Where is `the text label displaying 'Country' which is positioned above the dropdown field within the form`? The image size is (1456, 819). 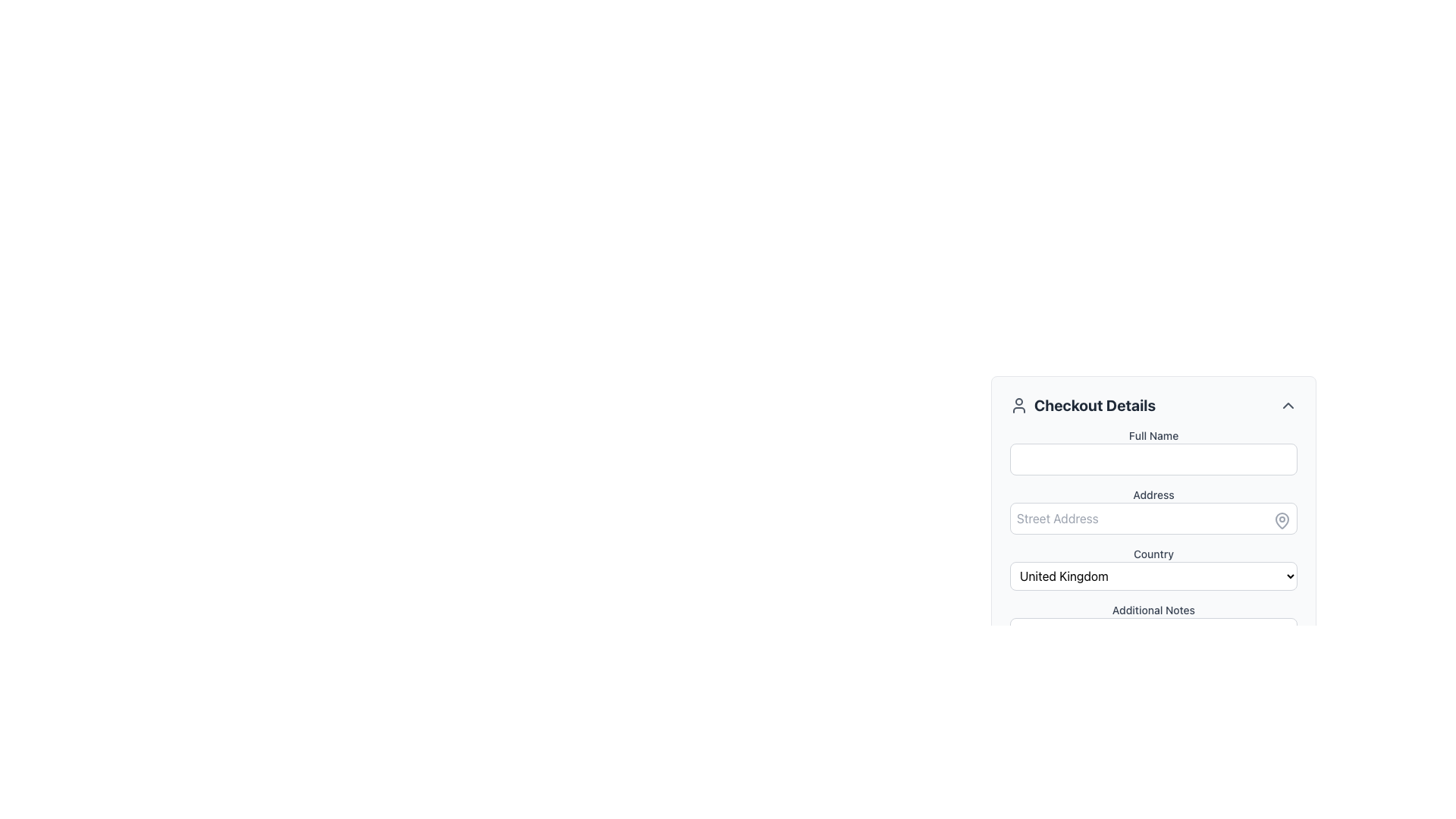 the text label displaying 'Country' which is positioned above the dropdown field within the form is located at coordinates (1153, 554).